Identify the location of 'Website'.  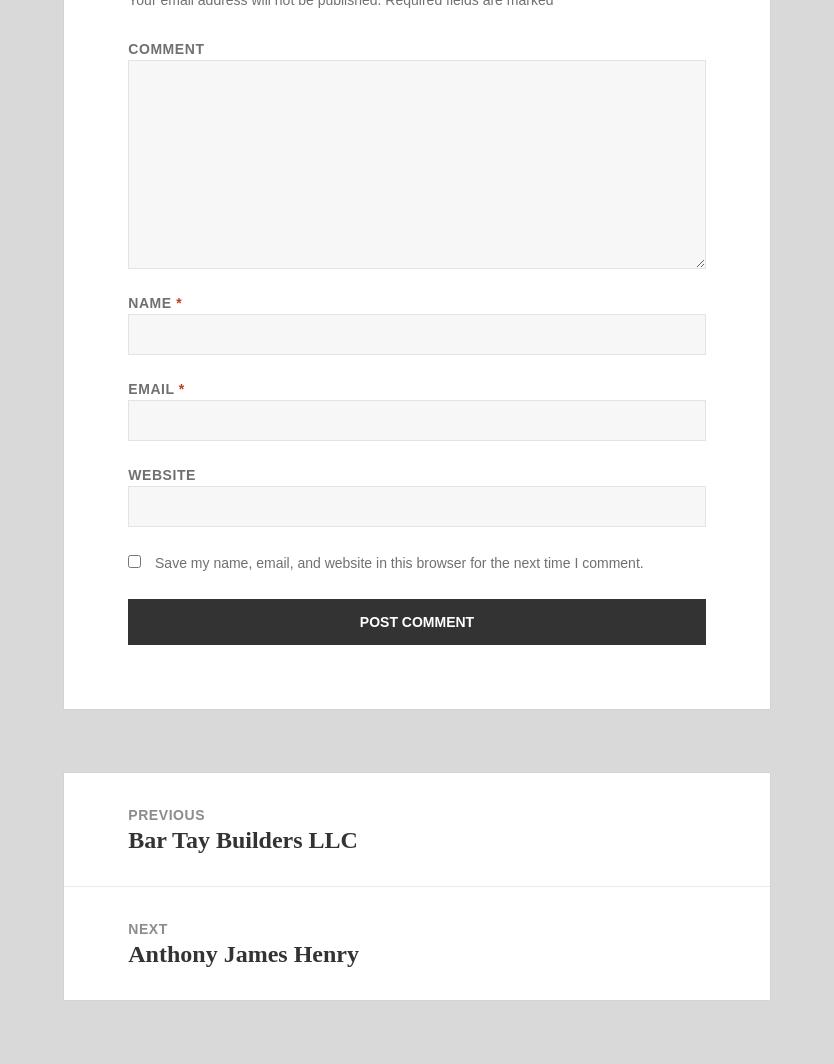
(161, 474).